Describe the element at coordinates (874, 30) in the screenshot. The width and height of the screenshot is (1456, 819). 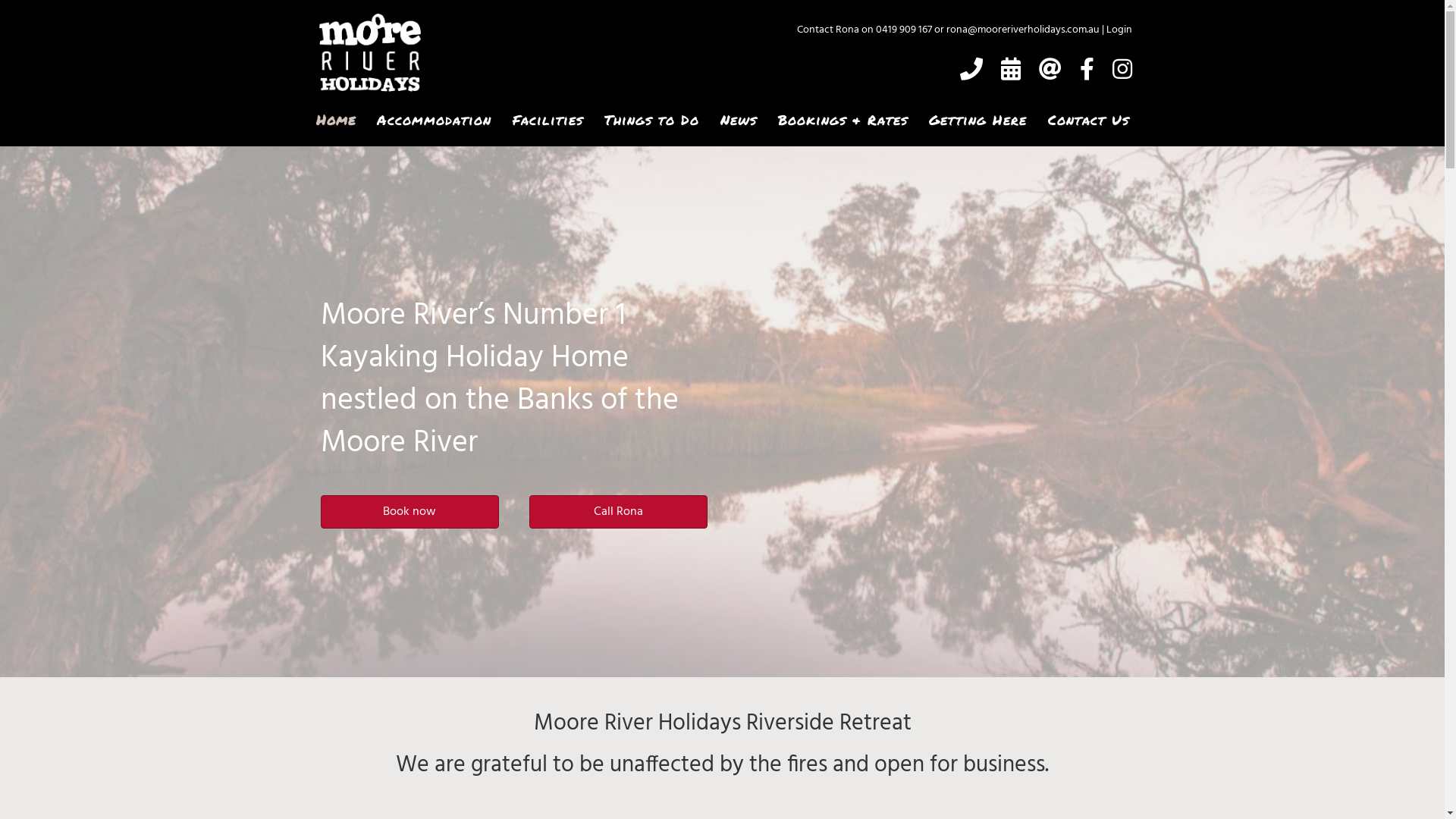
I see `'0419 909 167'` at that location.